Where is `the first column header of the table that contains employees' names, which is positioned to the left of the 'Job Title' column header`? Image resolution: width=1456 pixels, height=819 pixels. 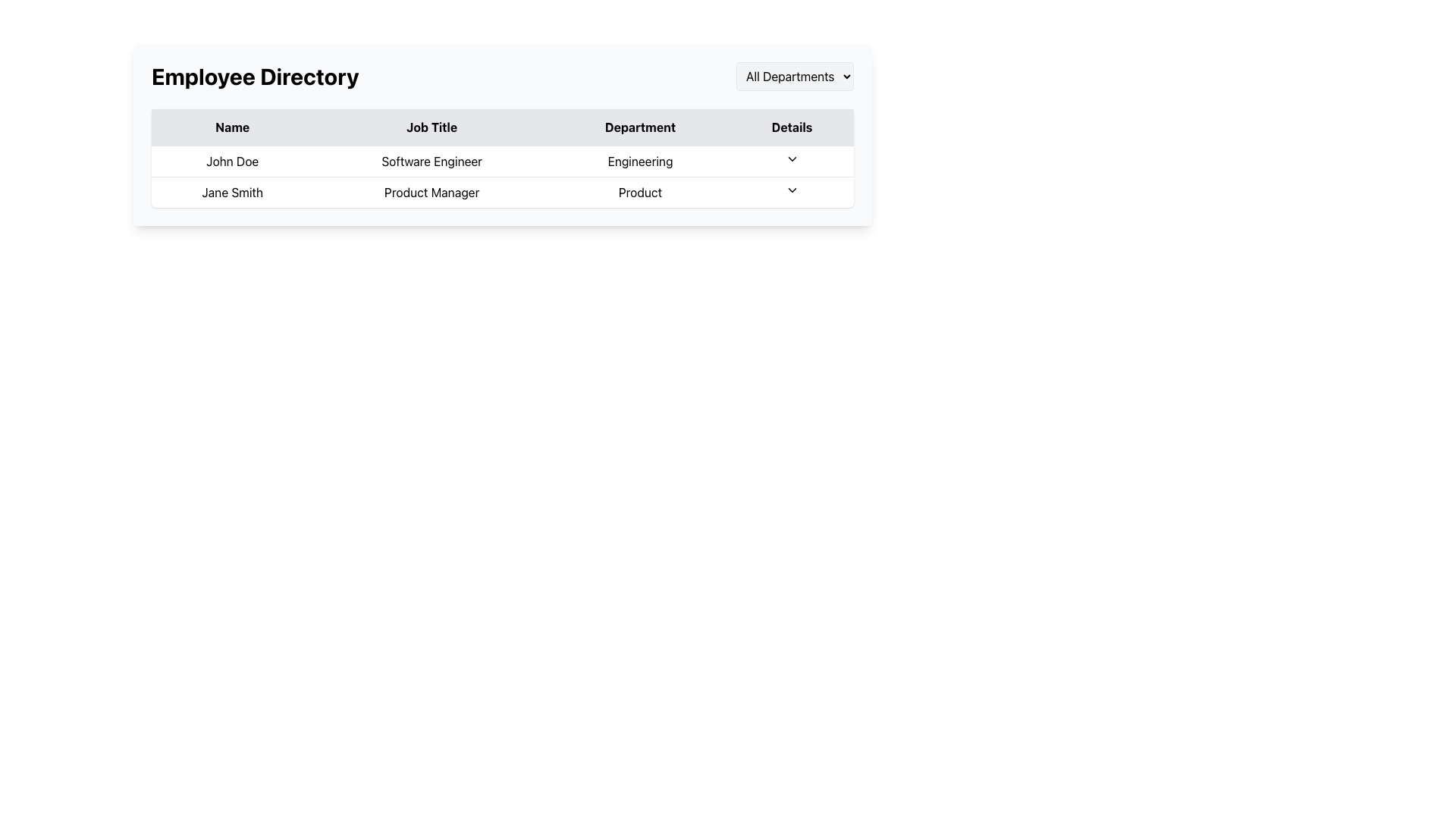
the first column header of the table that contains employees' names, which is positioned to the left of the 'Job Title' column header is located at coordinates (231, 127).